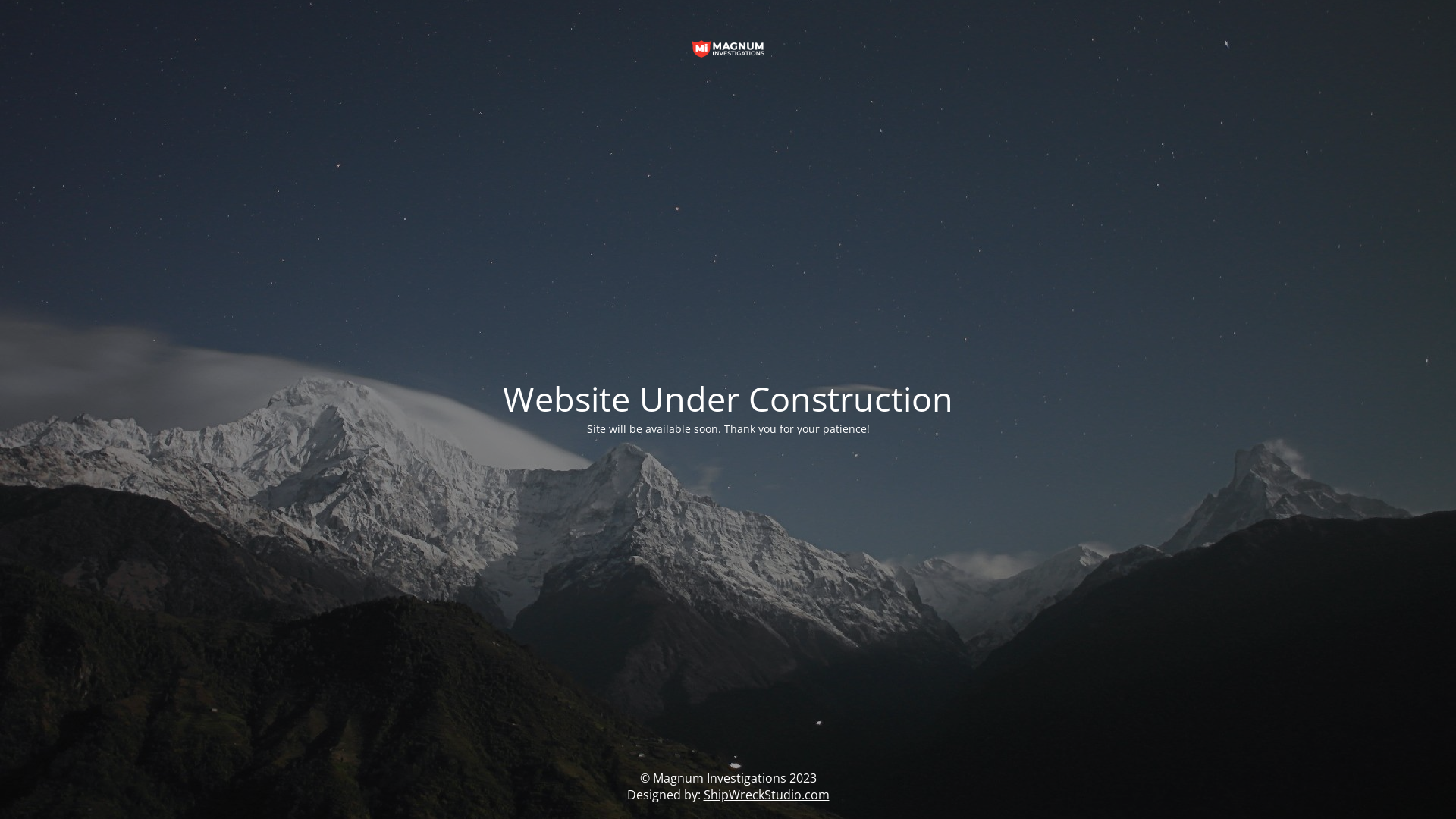 The width and height of the screenshot is (1456, 819). Describe the element at coordinates (767, 794) in the screenshot. I see `'ShipWreckStudio.com'` at that location.